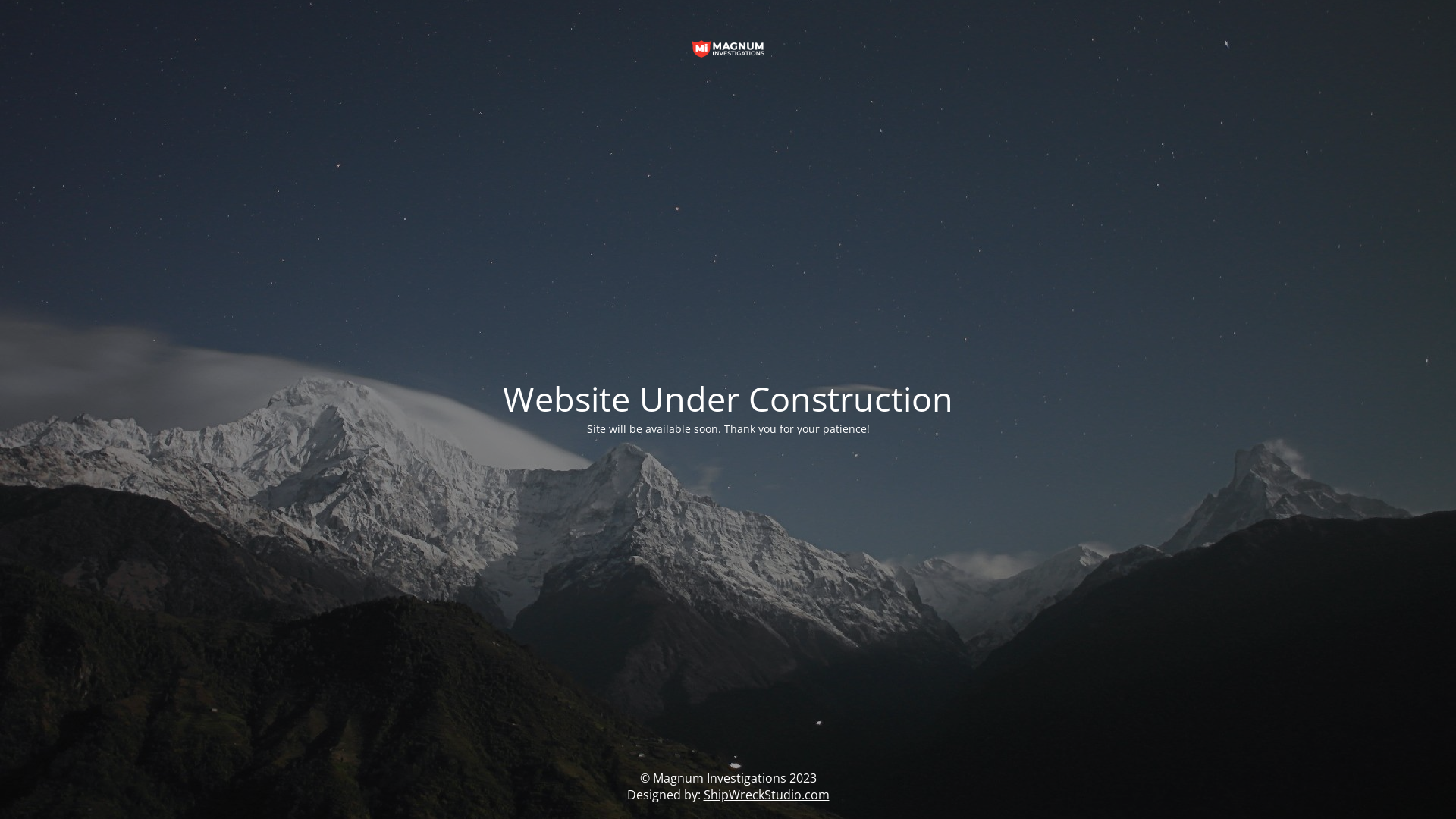 The width and height of the screenshot is (1456, 819). Describe the element at coordinates (767, 794) in the screenshot. I see `'ShipWreckStudio.com'` at that location.